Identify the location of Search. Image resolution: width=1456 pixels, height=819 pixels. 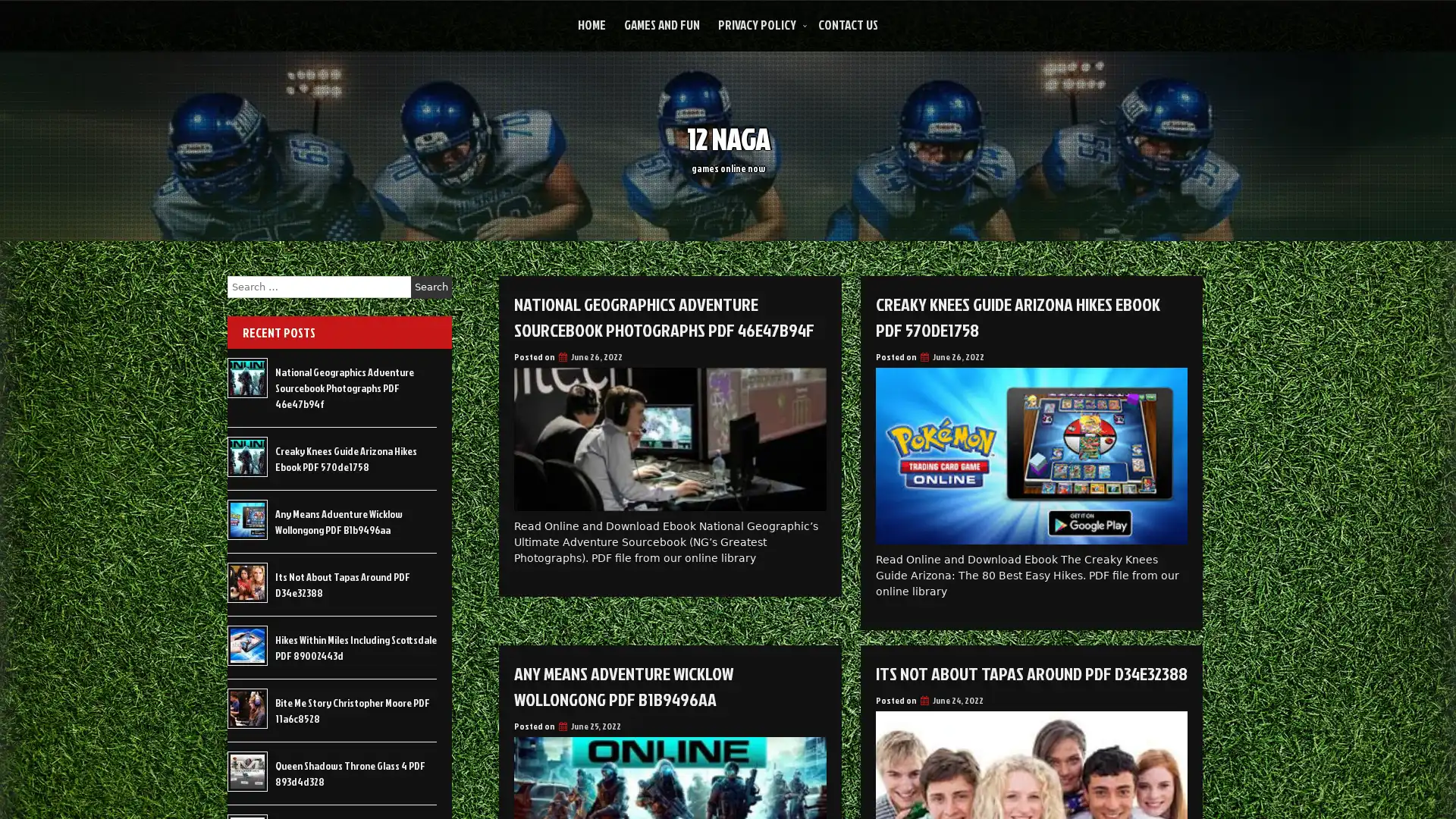
(431, 287).